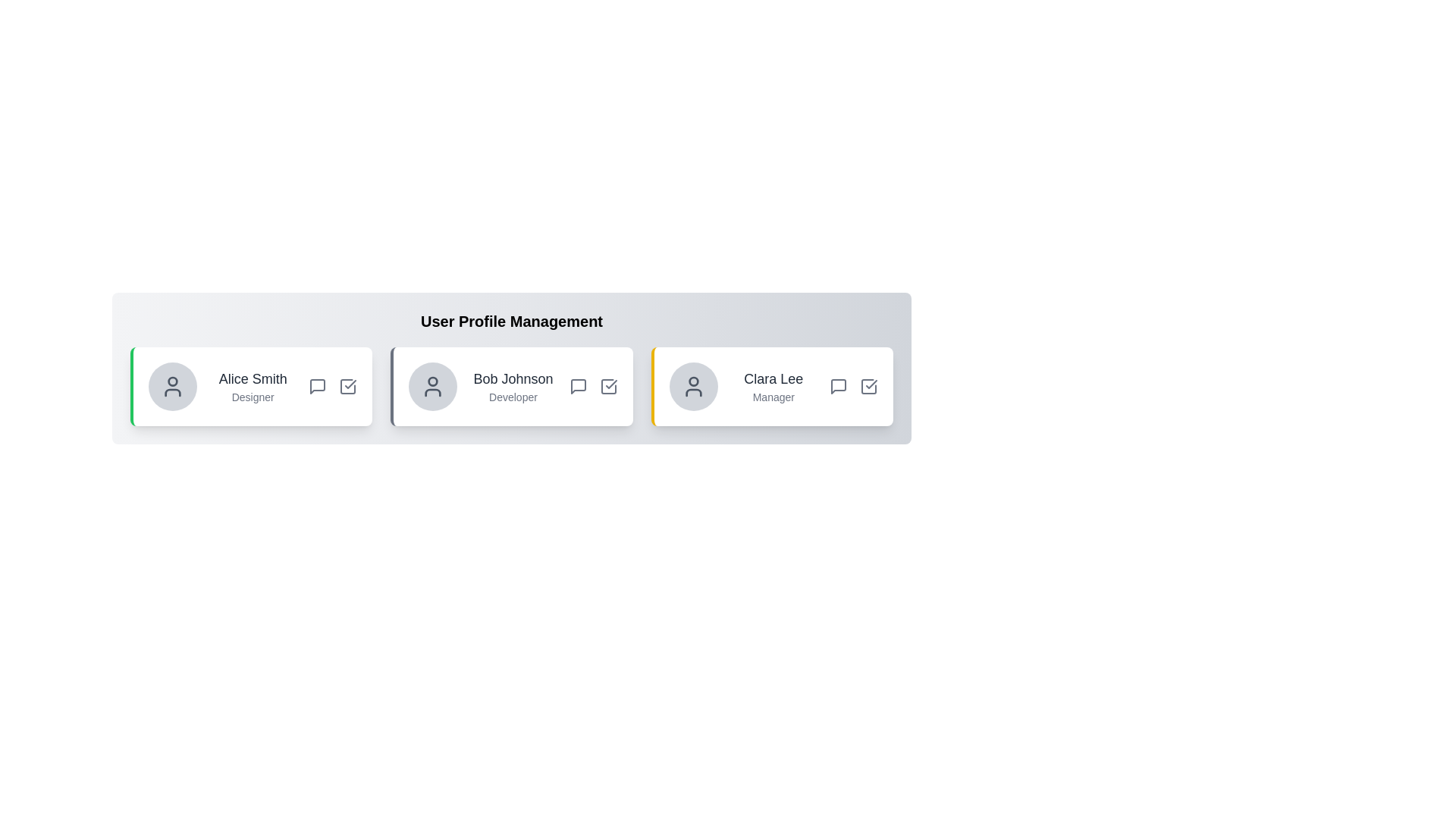 The width and height of the screenshot is (1456, 819). What do you see at coordinates (608, 385) in the screenshot?
I see `the square-shaped icon button with a checkmark inside, located in the lower right corner of the card labeled 'Bob Johnson Developer'` at bounding box center [608, 385].